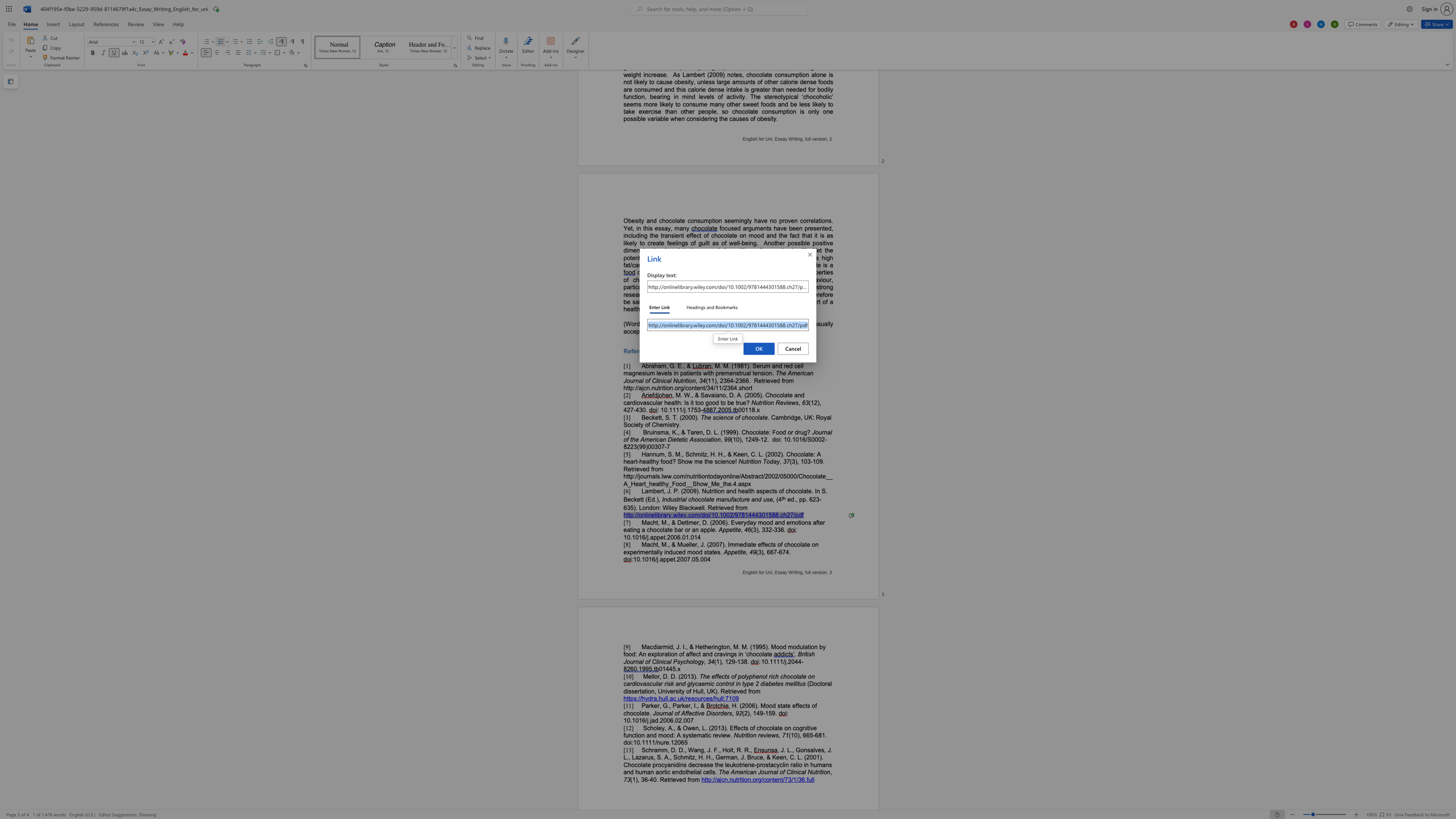 This screenshot has width=1456, height=819. Describe the element at coordinates (809, 654) in the screenshot. I see `the 1th character "s" in the text` at that location.